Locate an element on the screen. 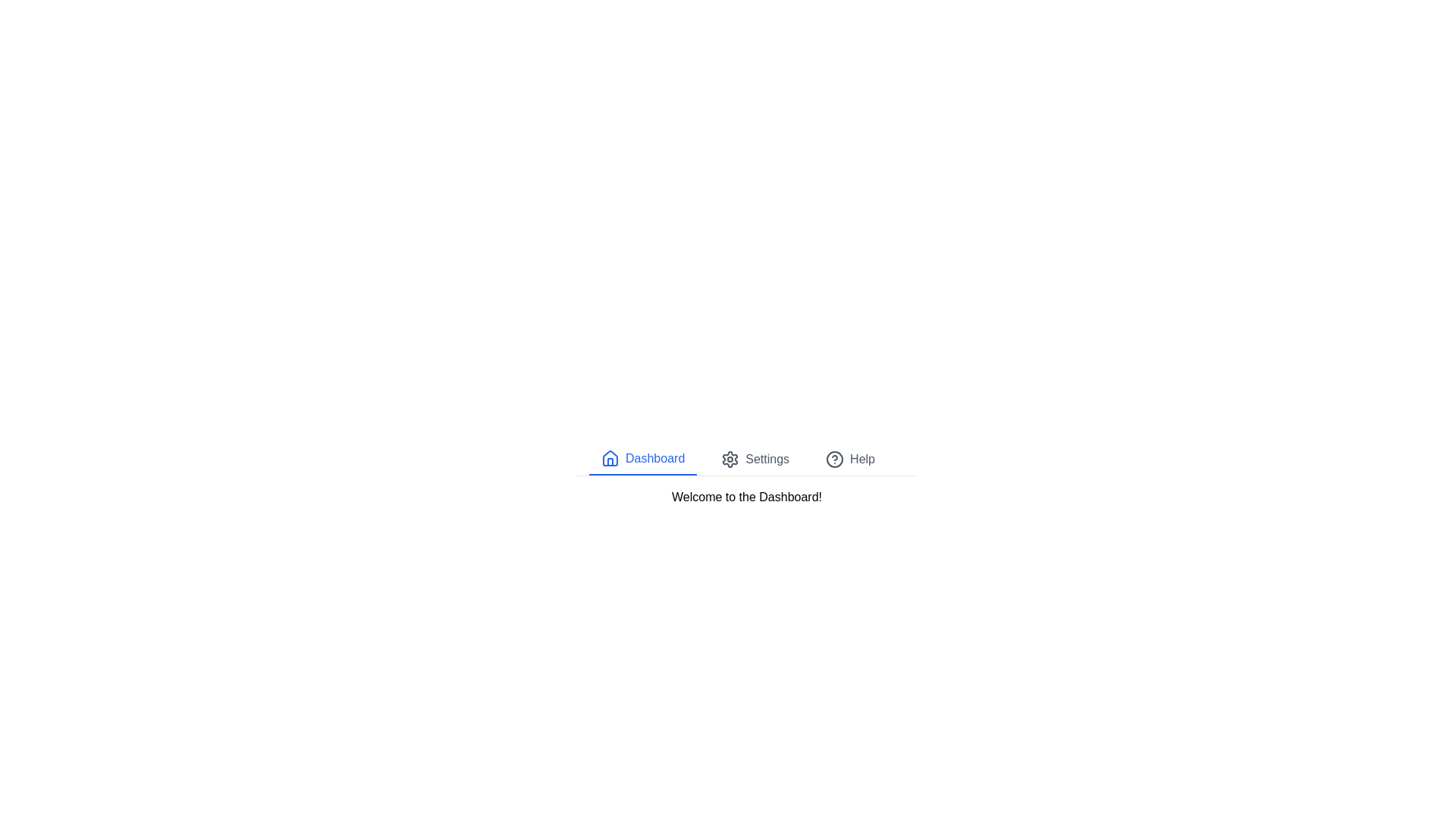 This screenshot has width=1456, height=819. the Settings tab to observe its hover effect is located at coordinates (755, 458).